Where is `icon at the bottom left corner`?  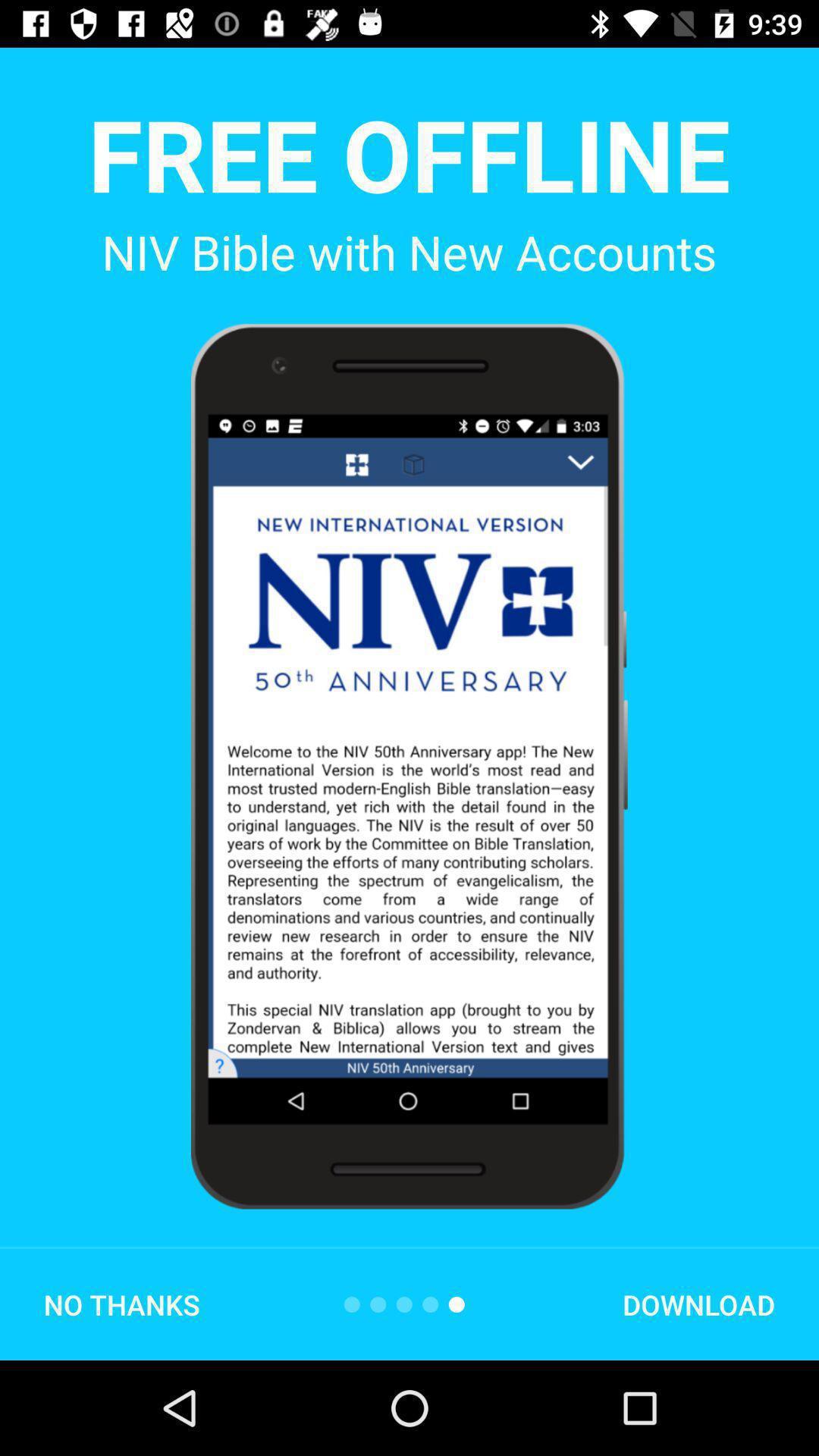 icon at the bottom left corner is located at coordinates (121, 1304).